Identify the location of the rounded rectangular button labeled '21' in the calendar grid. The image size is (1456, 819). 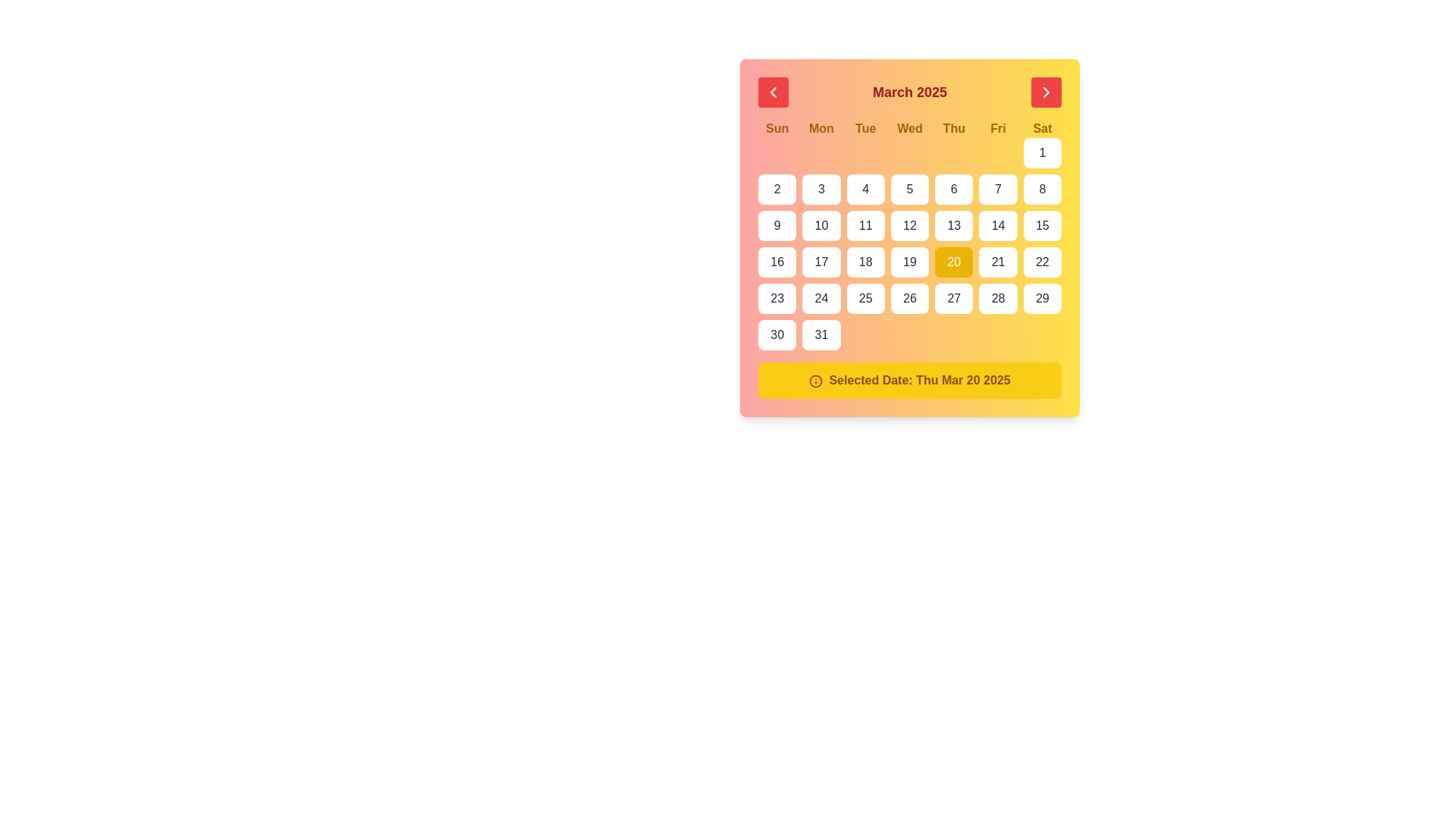
(998, 262).